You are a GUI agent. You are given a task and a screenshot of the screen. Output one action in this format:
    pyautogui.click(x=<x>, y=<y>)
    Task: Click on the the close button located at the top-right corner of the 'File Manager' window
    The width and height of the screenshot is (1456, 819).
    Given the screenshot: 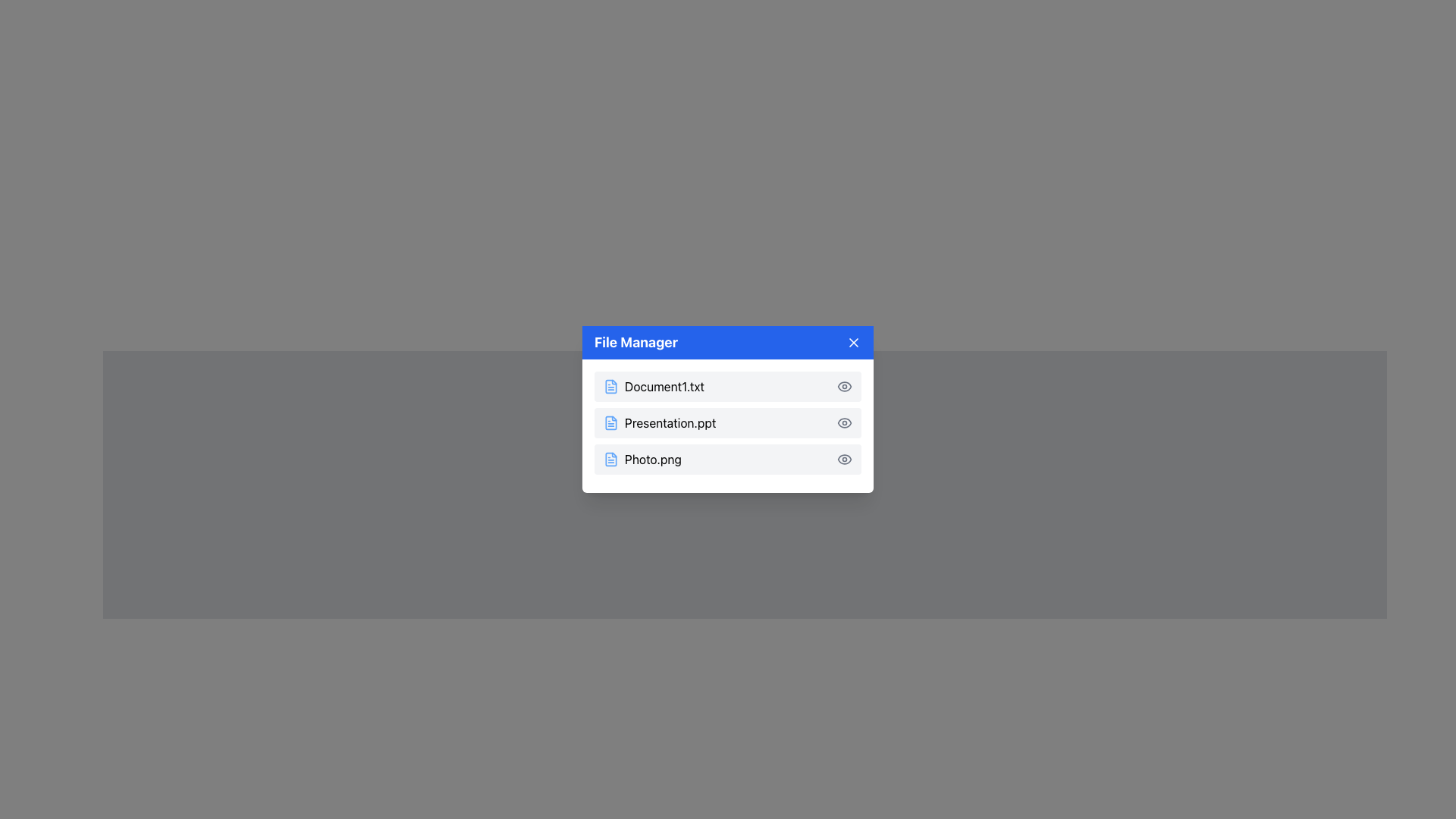 What is the action you would take?
    pyautogui.click(x=854, y=342)
    